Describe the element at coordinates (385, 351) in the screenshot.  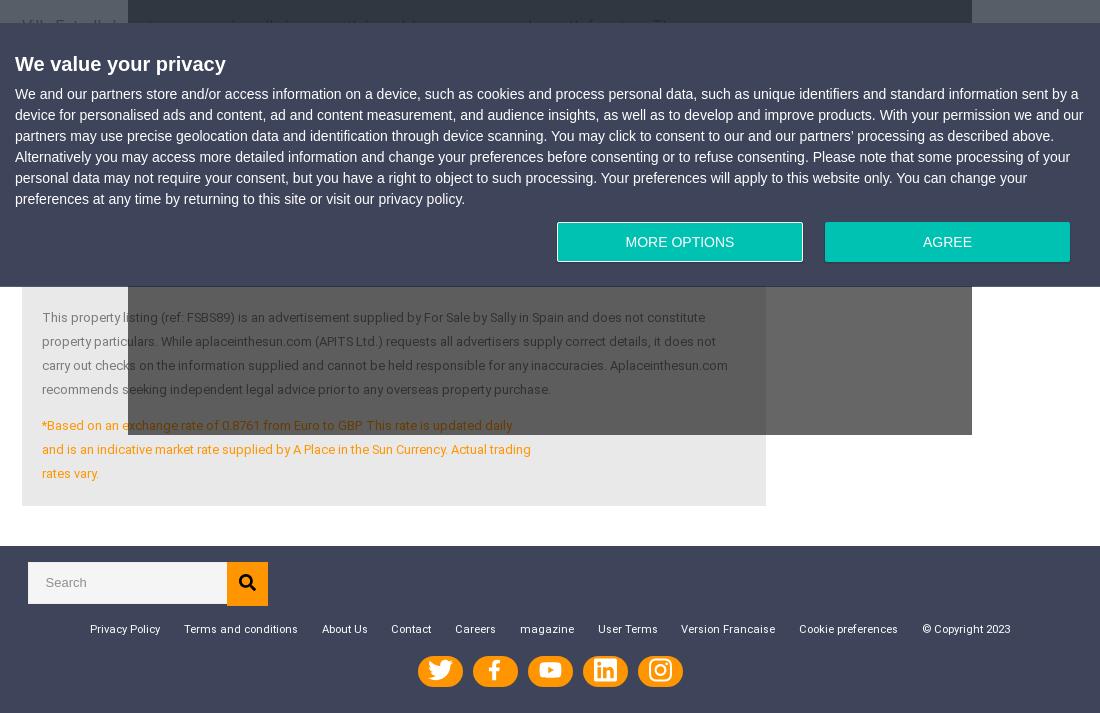
I see `'This property listing (ref: FSBS89) is an advertisement supplied by For Sale by Sally in Spain and does not constitute property particulars. While aplaceinthesun.com (APITS Ltd.) requests all advertisers supply correct details, it does not carry out checks on the information supplied and cannot be held responsible for any inaccuracies. Aplaceinthesun.com recommends seeking independent legal advice prior to any overseas property purchase.'` at that location.